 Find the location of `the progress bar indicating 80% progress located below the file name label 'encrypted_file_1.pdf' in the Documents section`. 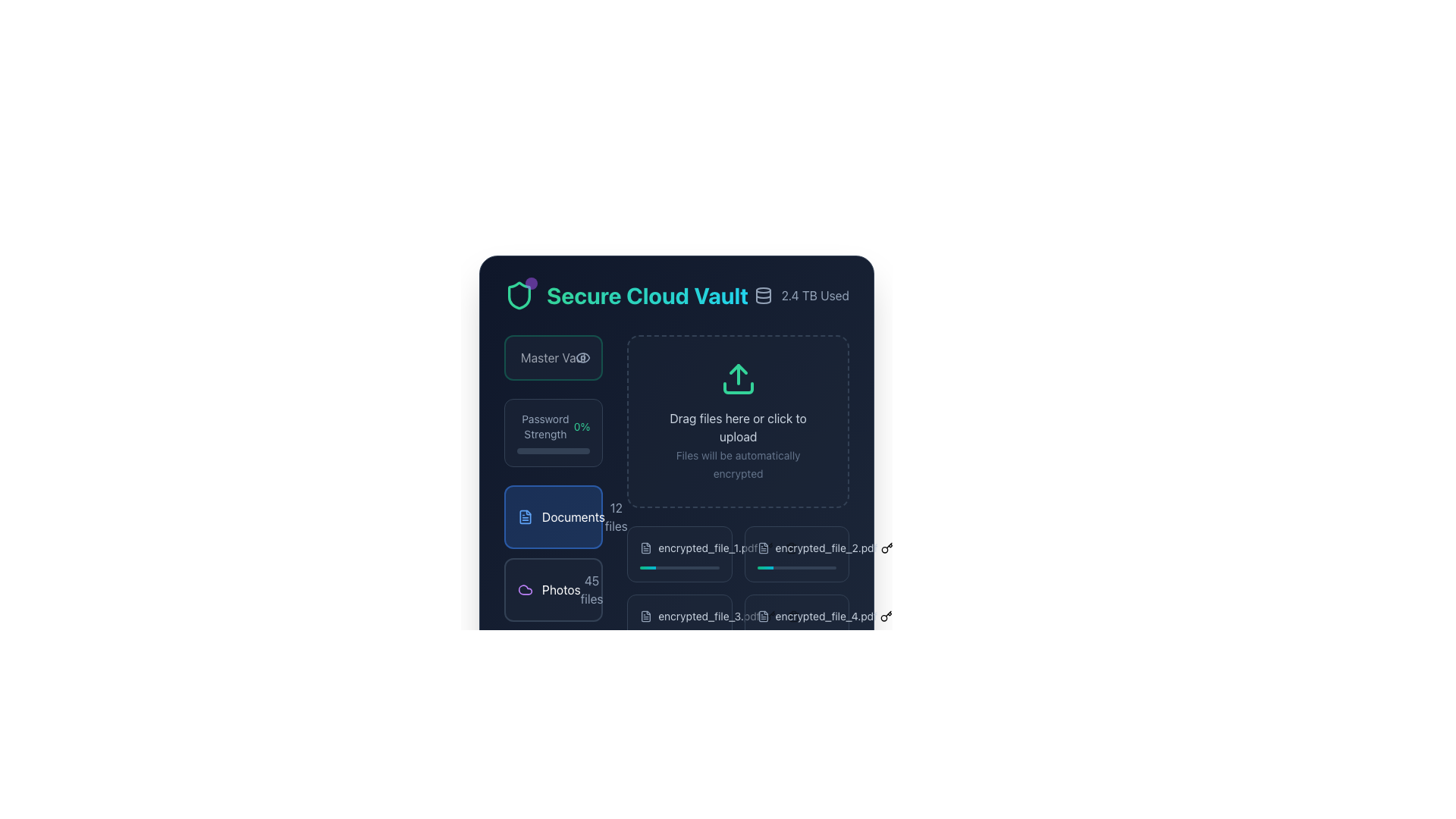

the progress bar indicating 80% progress located below the file name label 'encrypted_file_1.pdf' in the Documents section is located at coordinates (679, 567).